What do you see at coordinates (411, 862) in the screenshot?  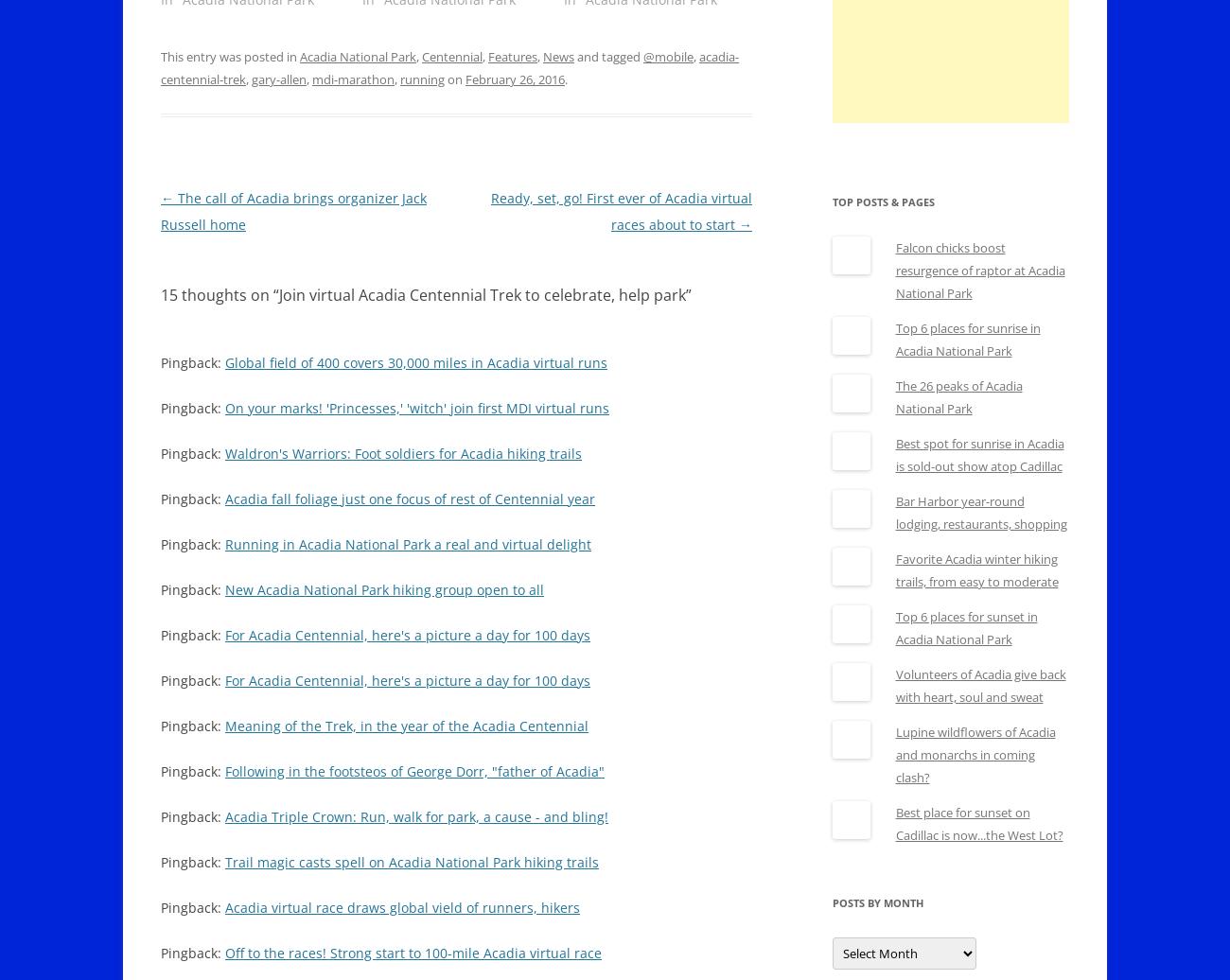 I see `'Trail magic casts spell on Acadia National Park hiking trails'` at bounding box center [411, 862].